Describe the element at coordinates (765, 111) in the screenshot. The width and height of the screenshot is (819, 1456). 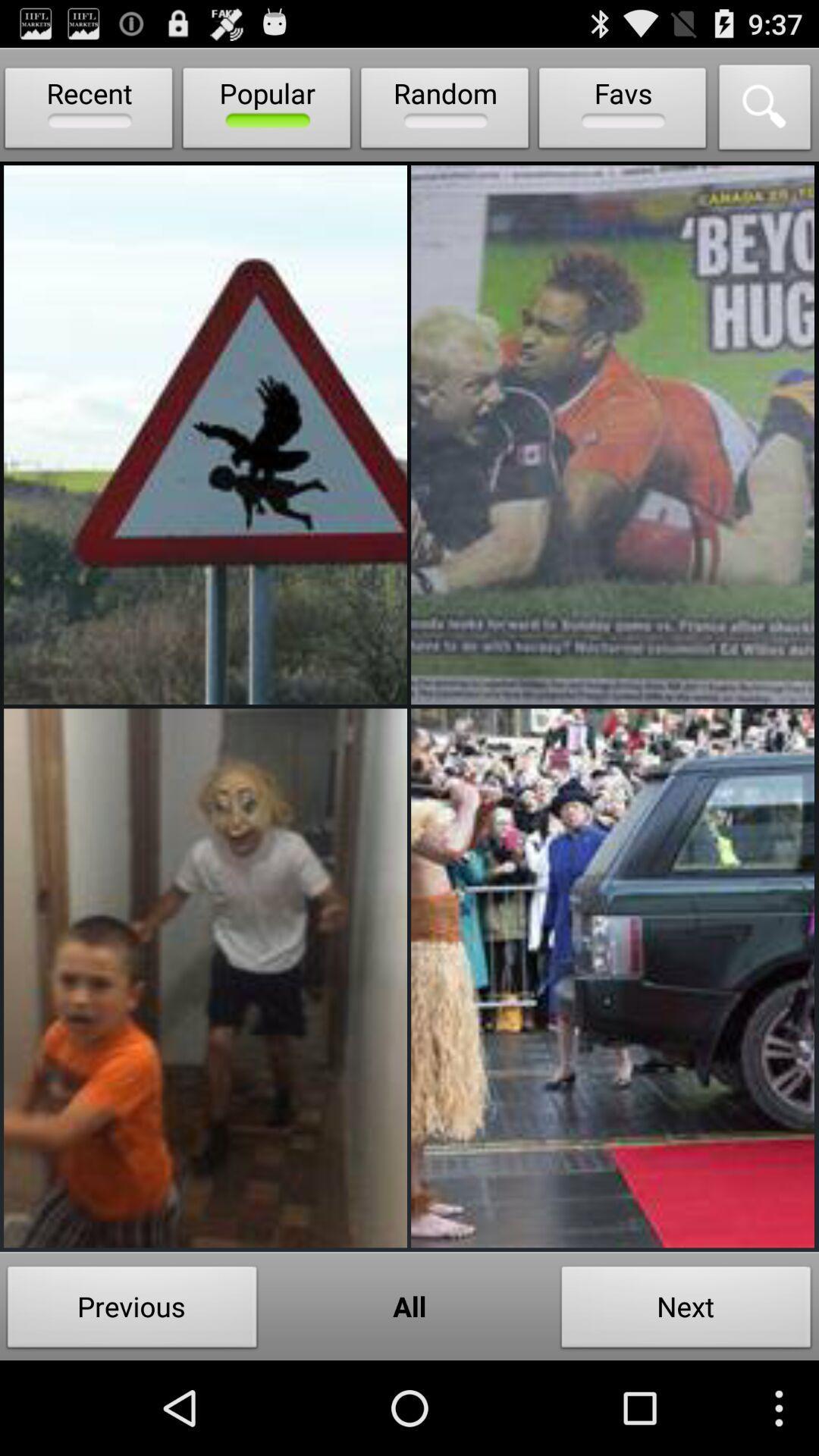
I see `search feature` at that location.